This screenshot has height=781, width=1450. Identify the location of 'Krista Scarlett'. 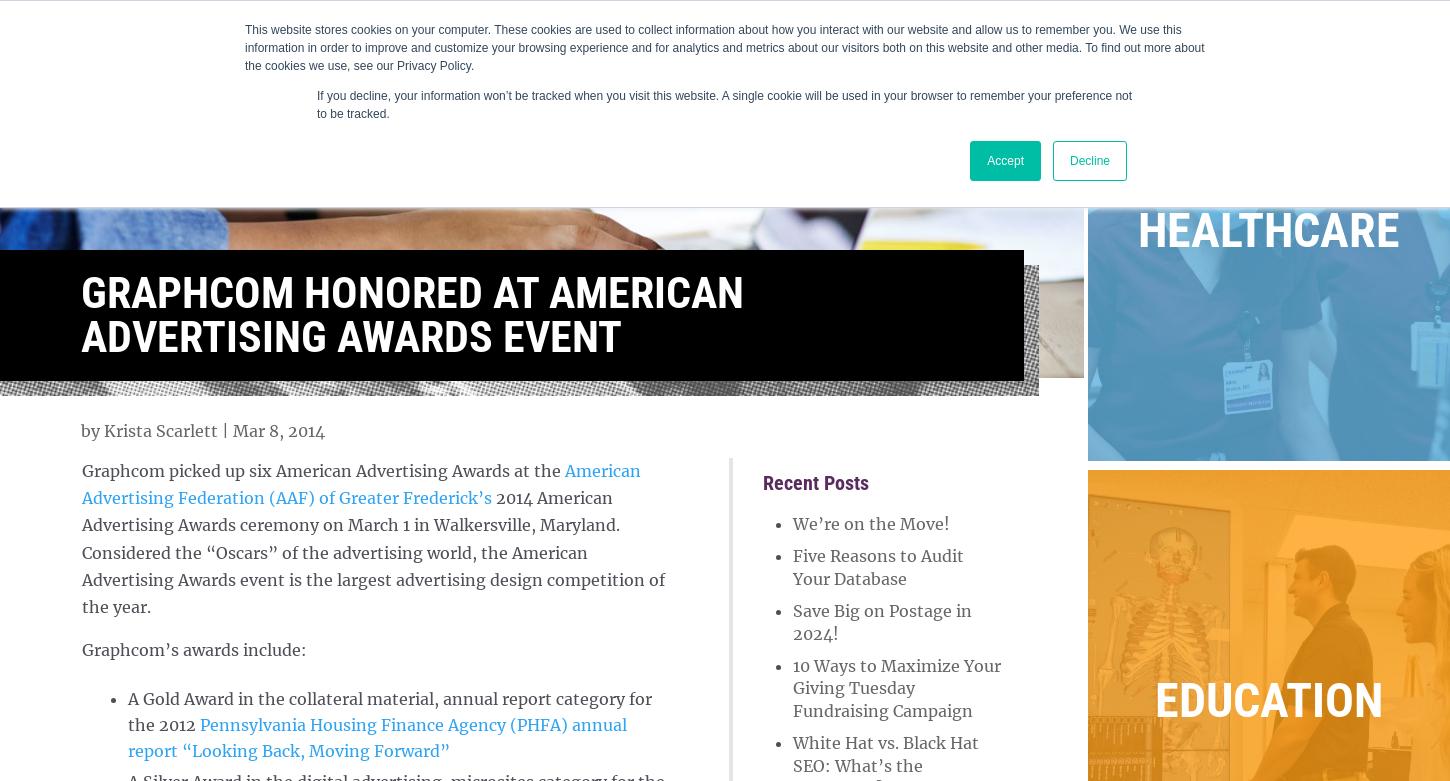
(159, 429).